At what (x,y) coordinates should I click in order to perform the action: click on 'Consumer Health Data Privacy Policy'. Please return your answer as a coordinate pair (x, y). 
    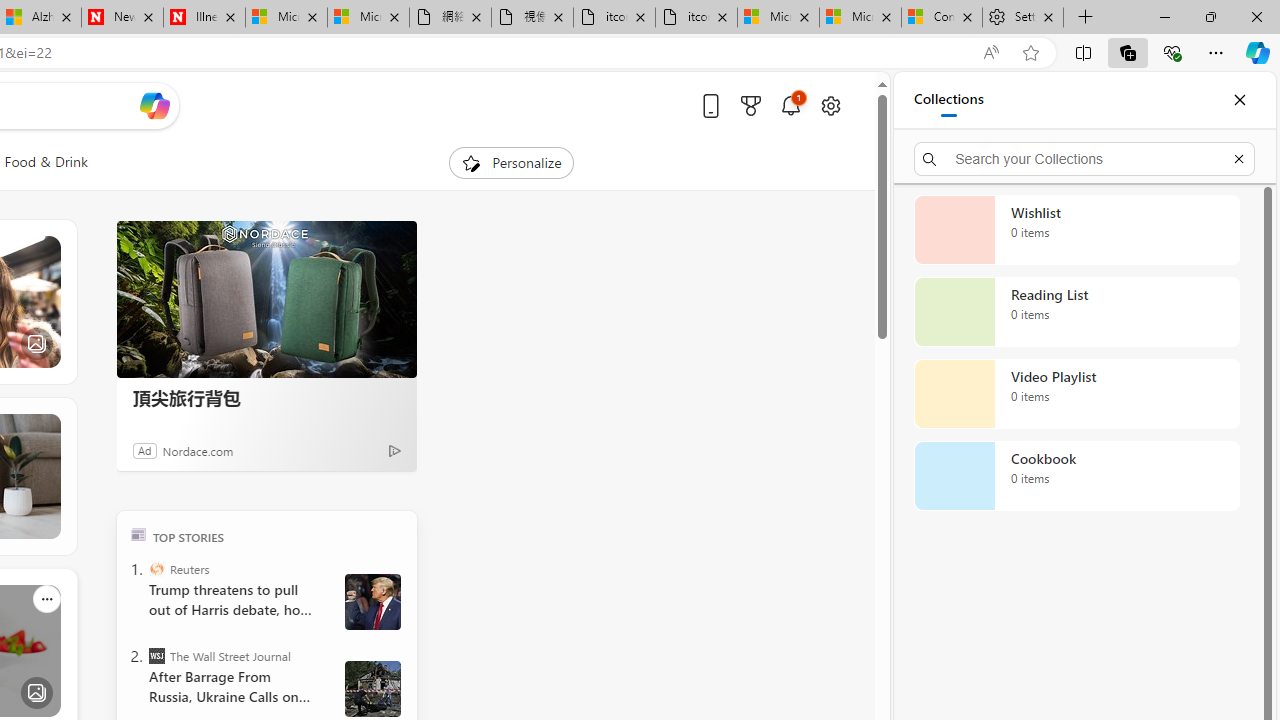
    Looking at the image, I should click on (941, 17).